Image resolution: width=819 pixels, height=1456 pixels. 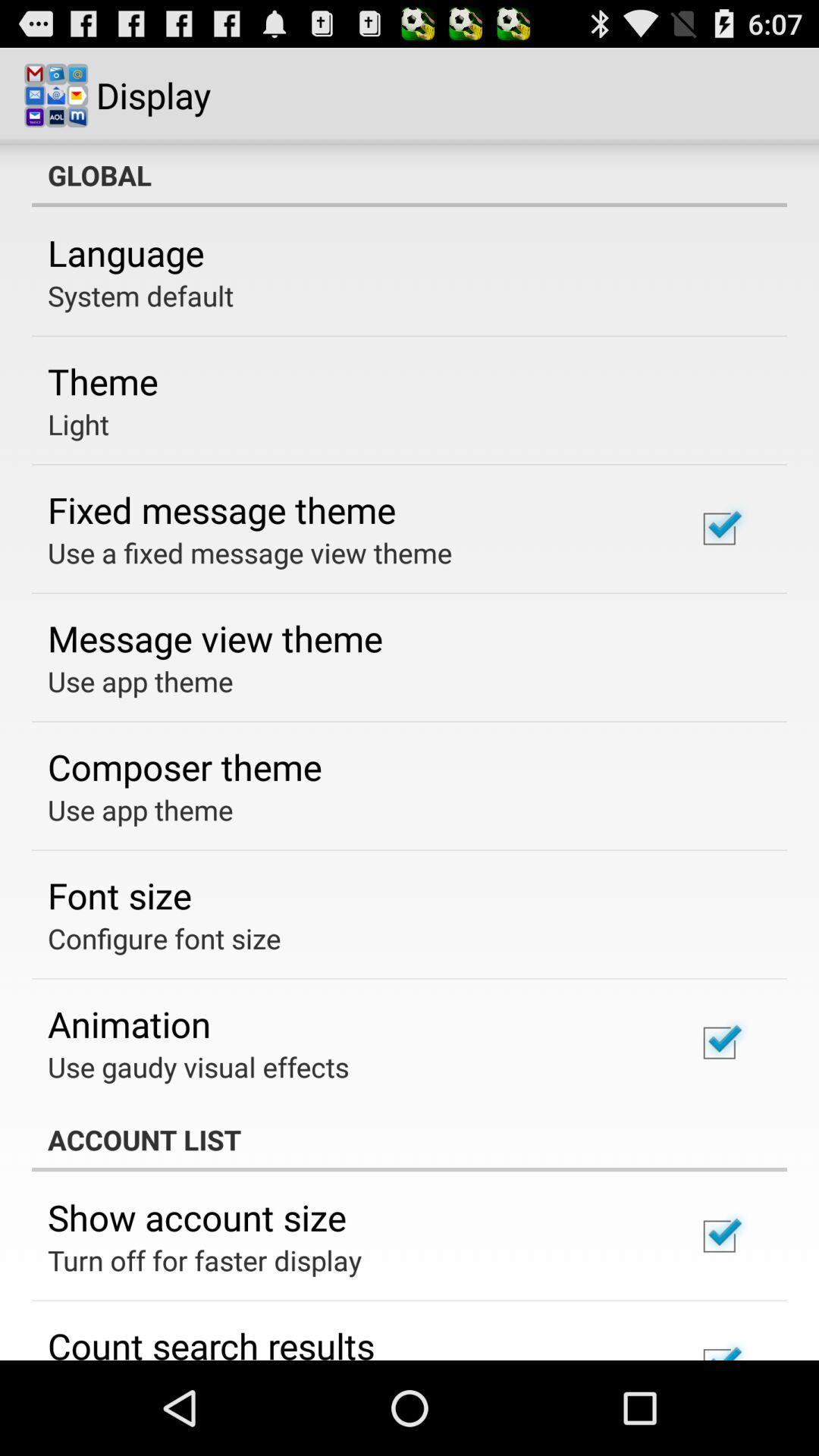 I want to click on icon above the theme, so click(x=140, y=295).